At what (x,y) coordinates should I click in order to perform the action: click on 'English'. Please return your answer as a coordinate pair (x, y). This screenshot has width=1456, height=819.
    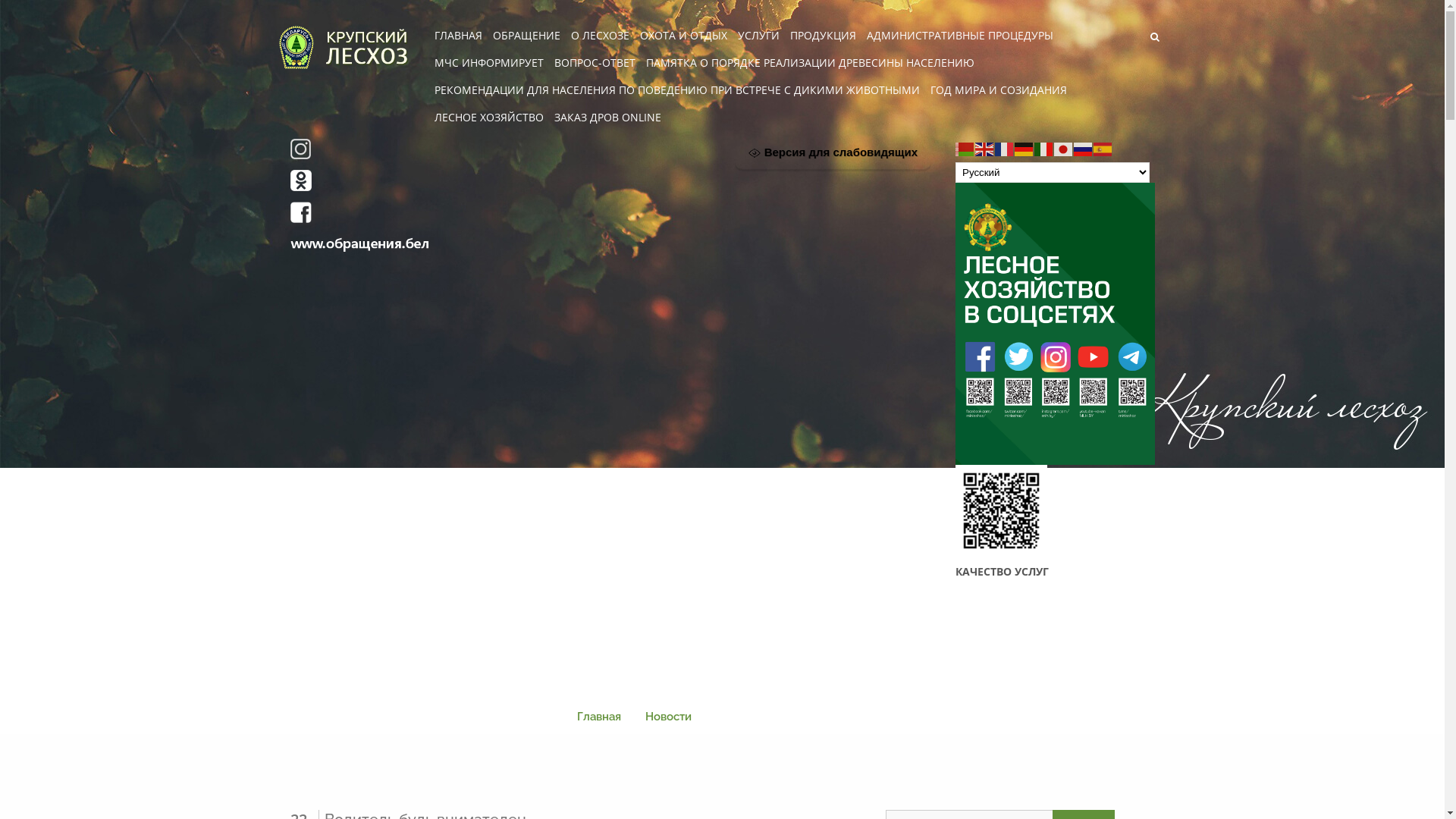
    Looking at the image, I should click on (985, 148).